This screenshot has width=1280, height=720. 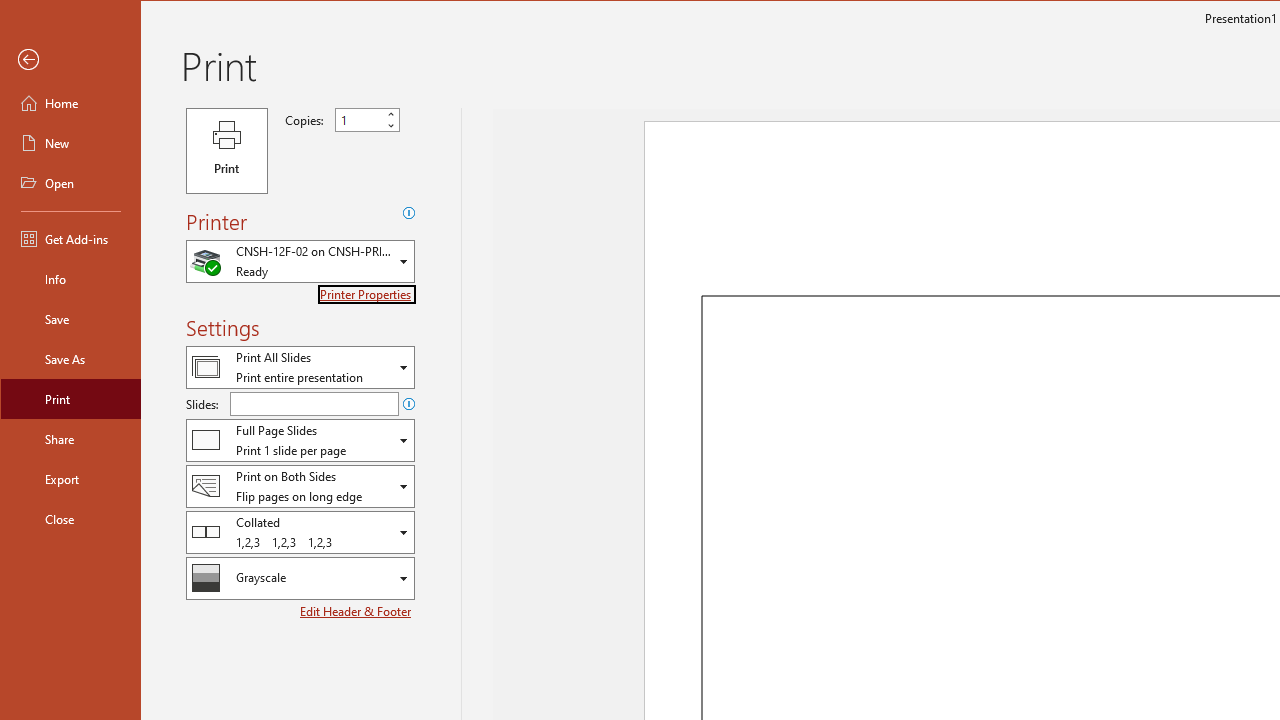 I want to click on 'Printer Properties', so click(x=367, y=294).